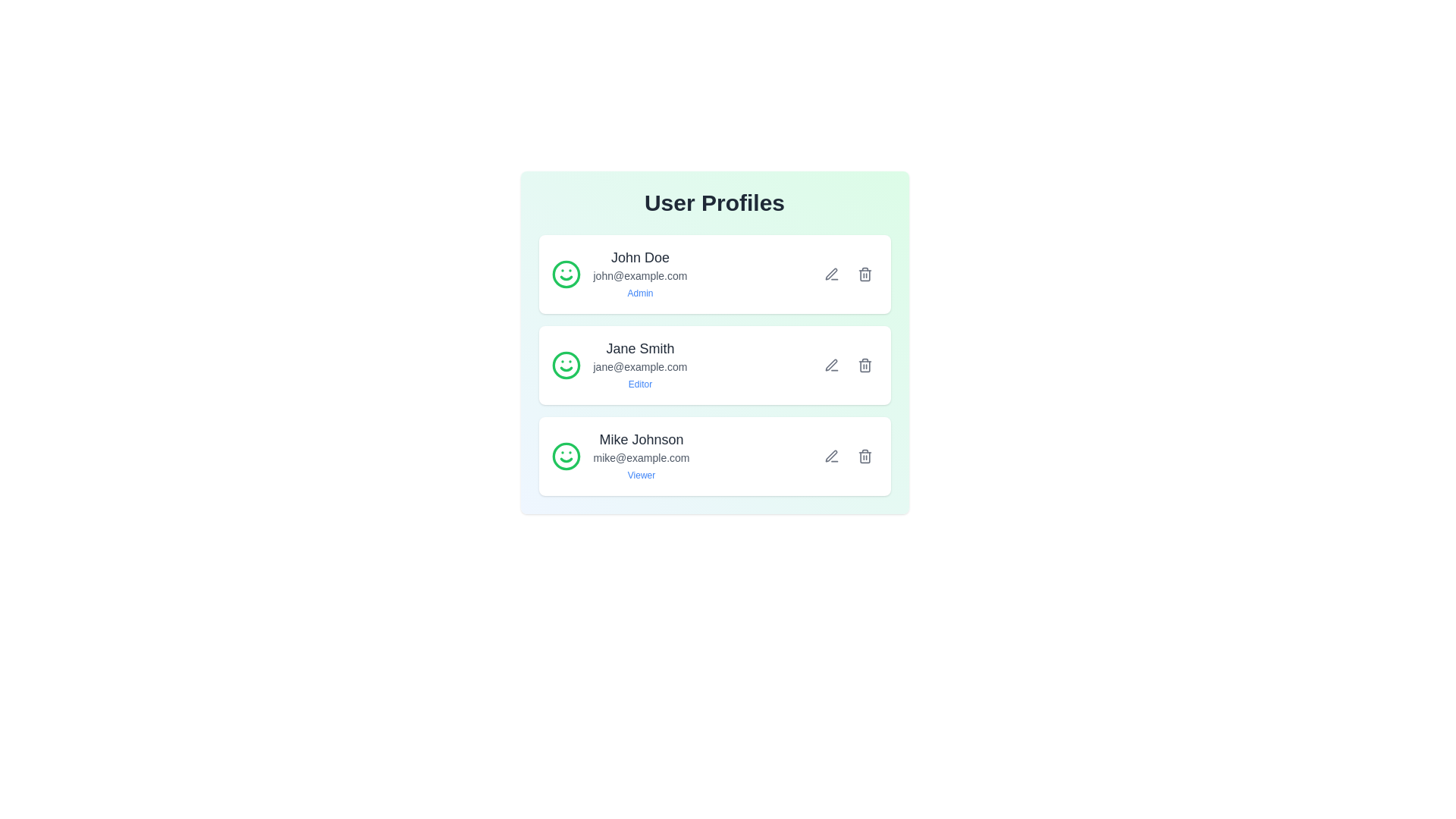 The image size is (1456, 819). I want to click on the edit button for the user Mike Johnson to modify their details, so click(830, 455).